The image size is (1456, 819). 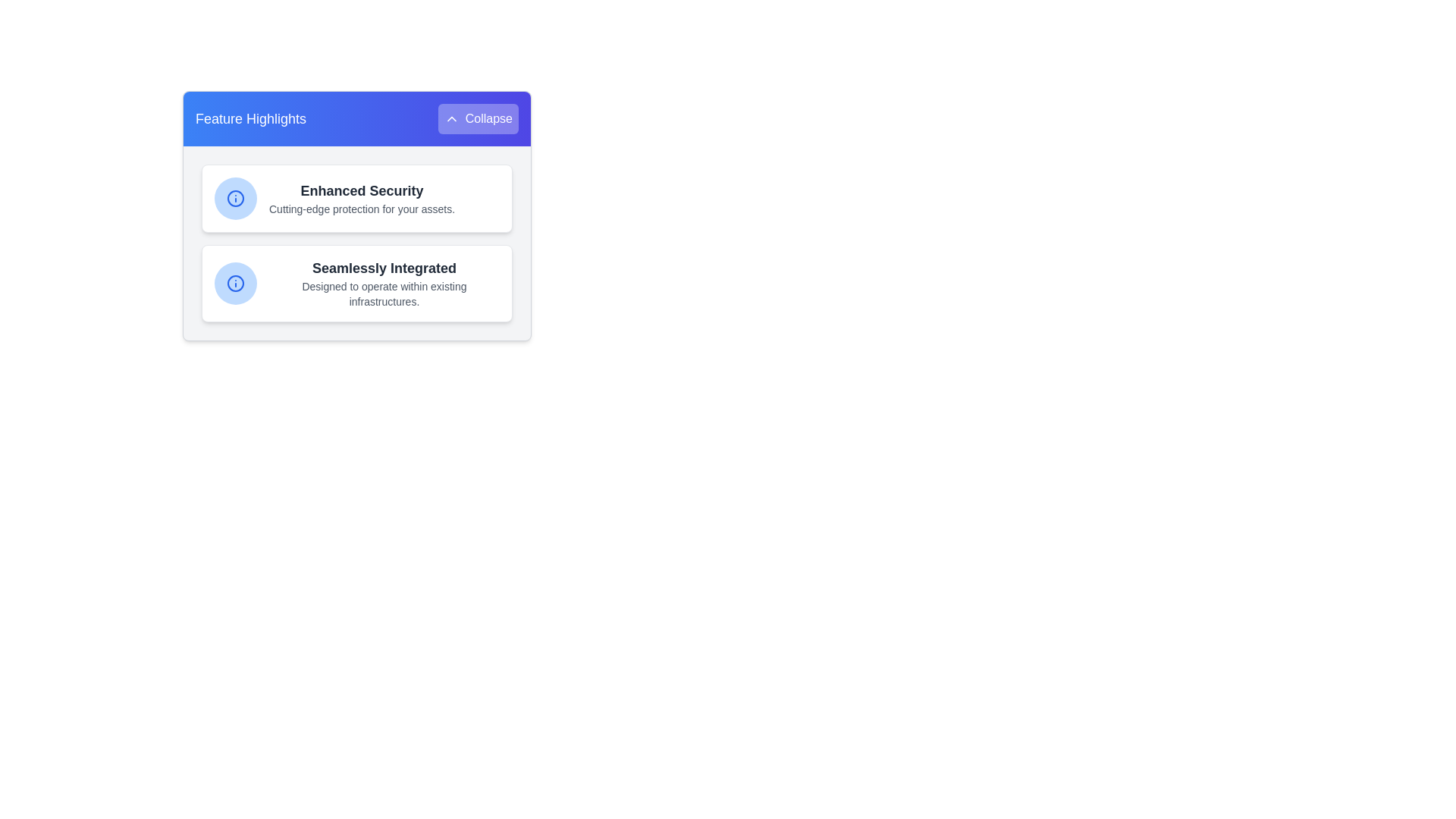 I want to click on the chevron icon within the 'Collapse' button in the top-right corner of the 'Feature Highlights' section, so click(x=450, y=118).